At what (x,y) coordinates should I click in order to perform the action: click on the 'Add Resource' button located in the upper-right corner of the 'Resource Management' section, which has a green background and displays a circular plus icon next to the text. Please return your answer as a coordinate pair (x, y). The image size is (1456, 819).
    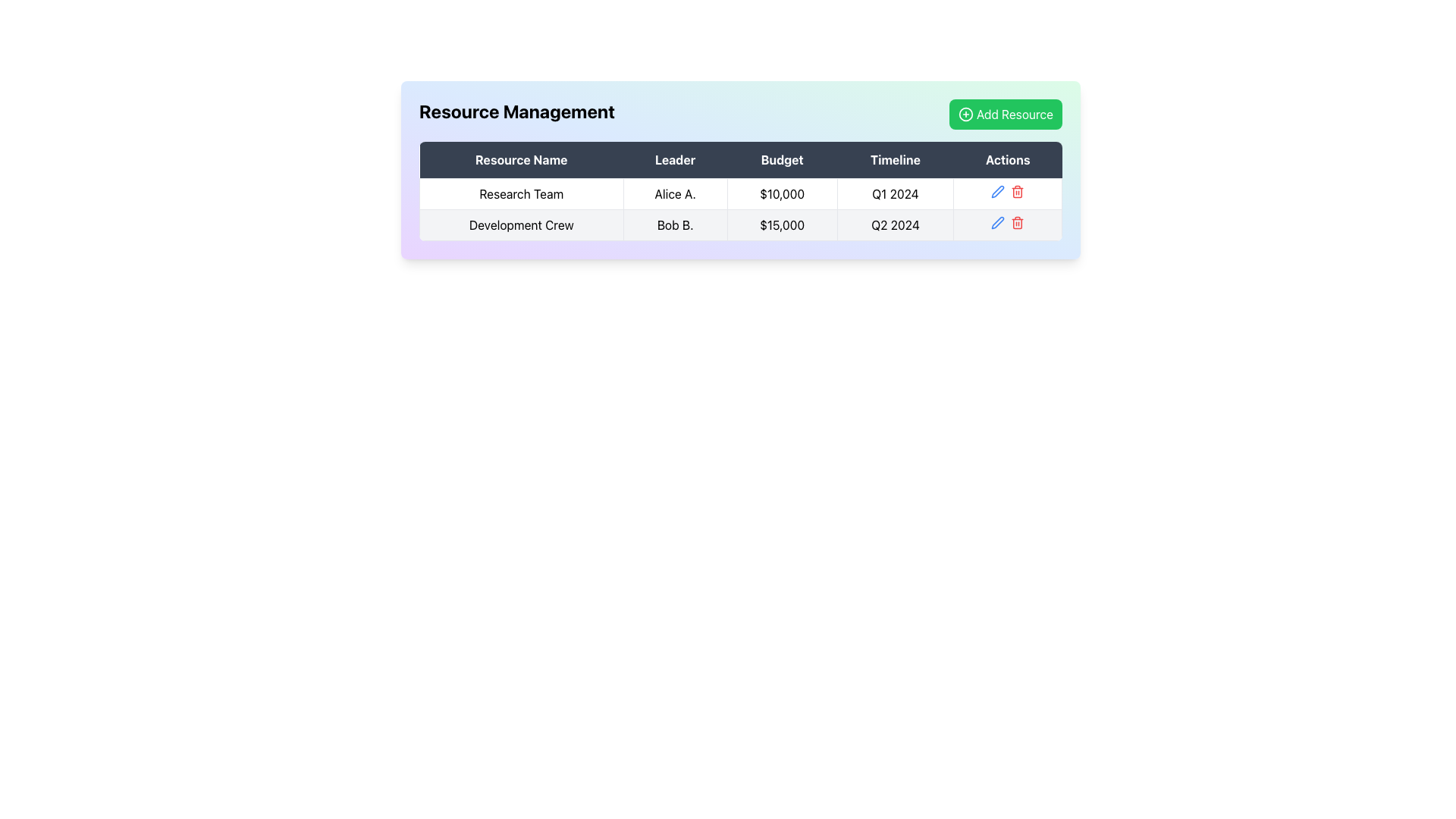
    Looking at the image, I should click on (1006, 113).